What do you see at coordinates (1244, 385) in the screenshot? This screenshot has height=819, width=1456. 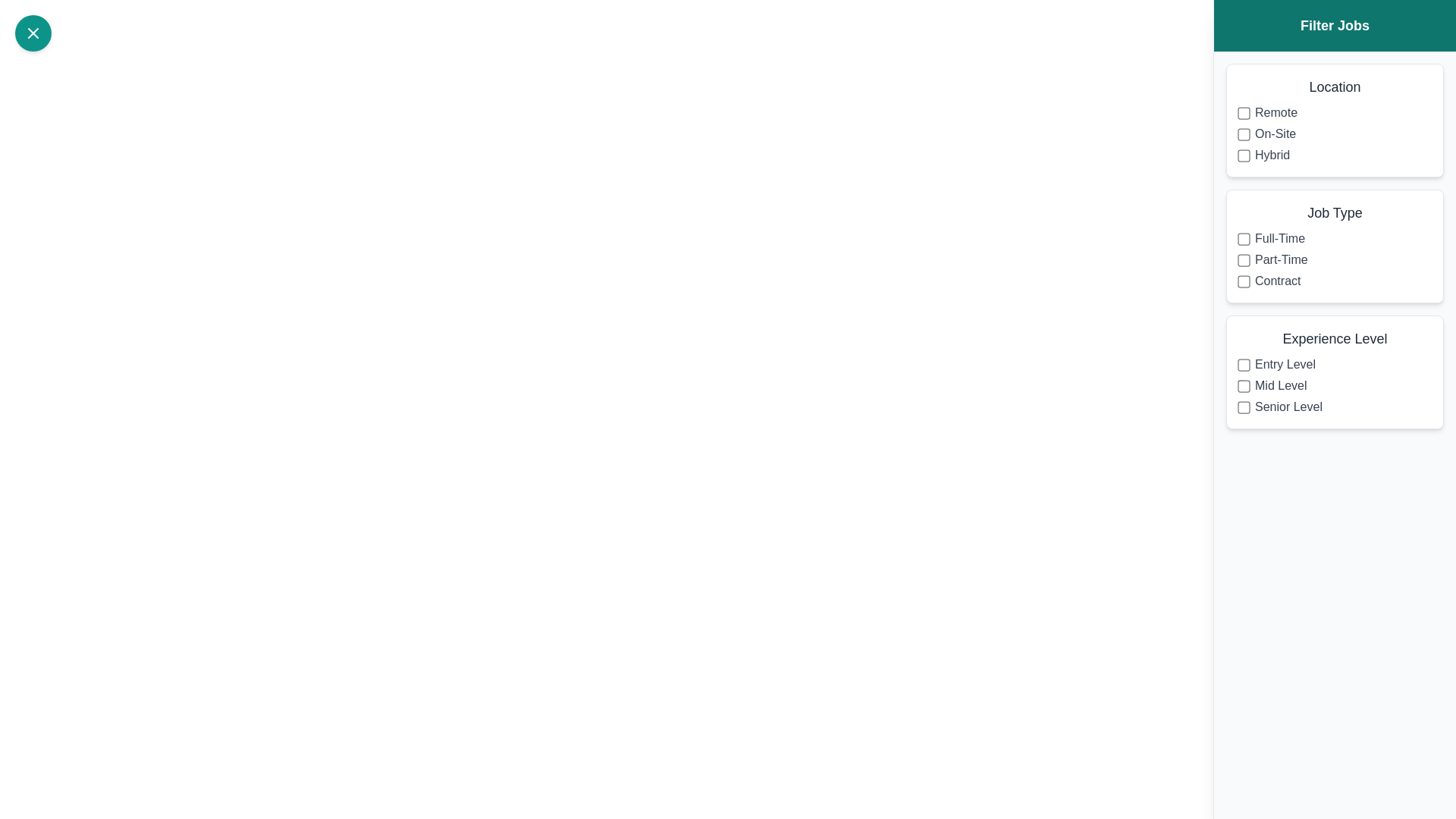 I see `the filter option Mid Level` at bounding box center [1244, 385].